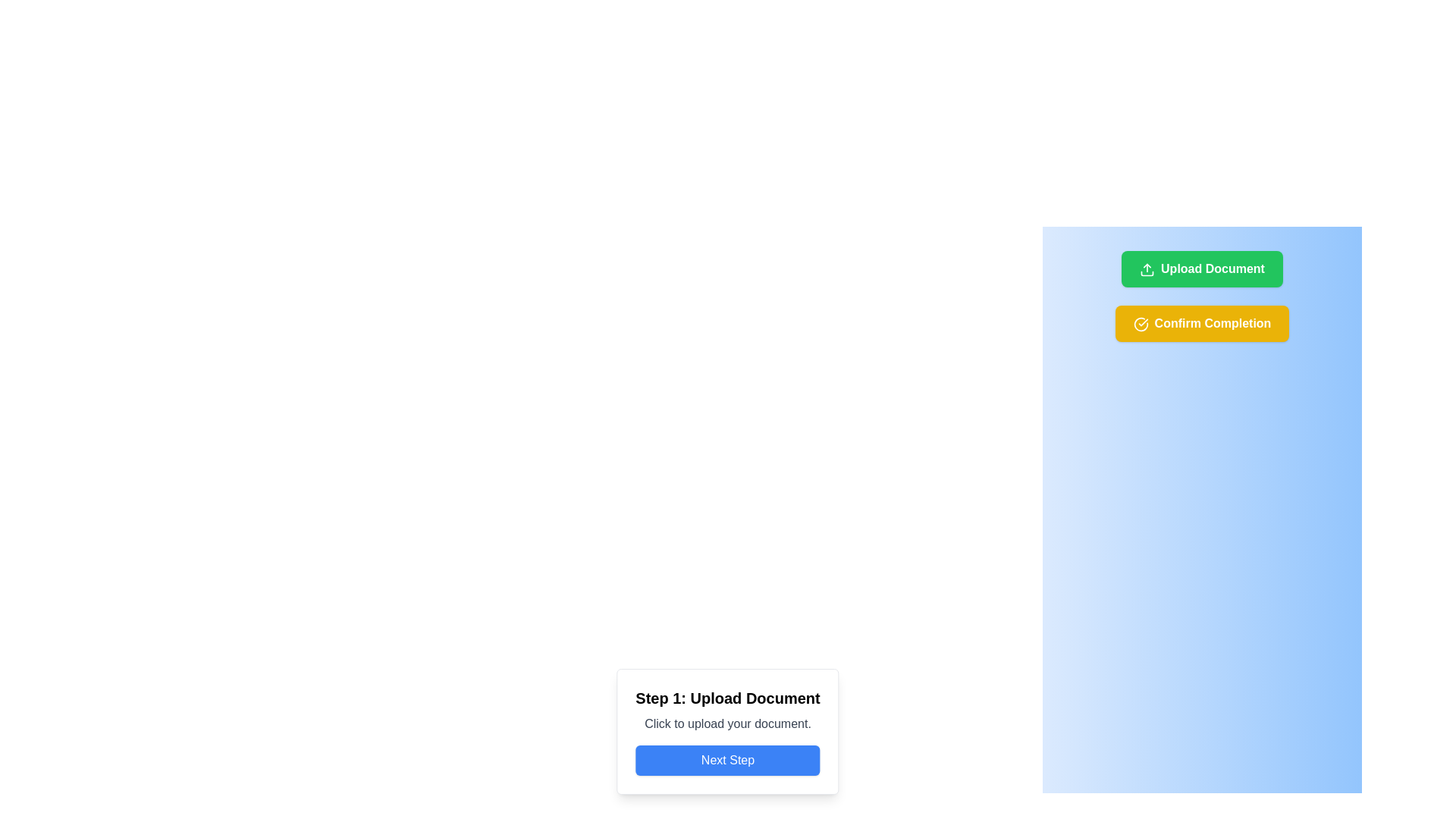 Image resolution: width=1456 pixels, height=819 pixels. What do you see at coordinates (1147, 268) in the screenshot?
I see `the Upload icon, which is a decorative graphic located within the green 'Upload Document' button, left-aligned near the text label` at bounding box center [1147, 268].